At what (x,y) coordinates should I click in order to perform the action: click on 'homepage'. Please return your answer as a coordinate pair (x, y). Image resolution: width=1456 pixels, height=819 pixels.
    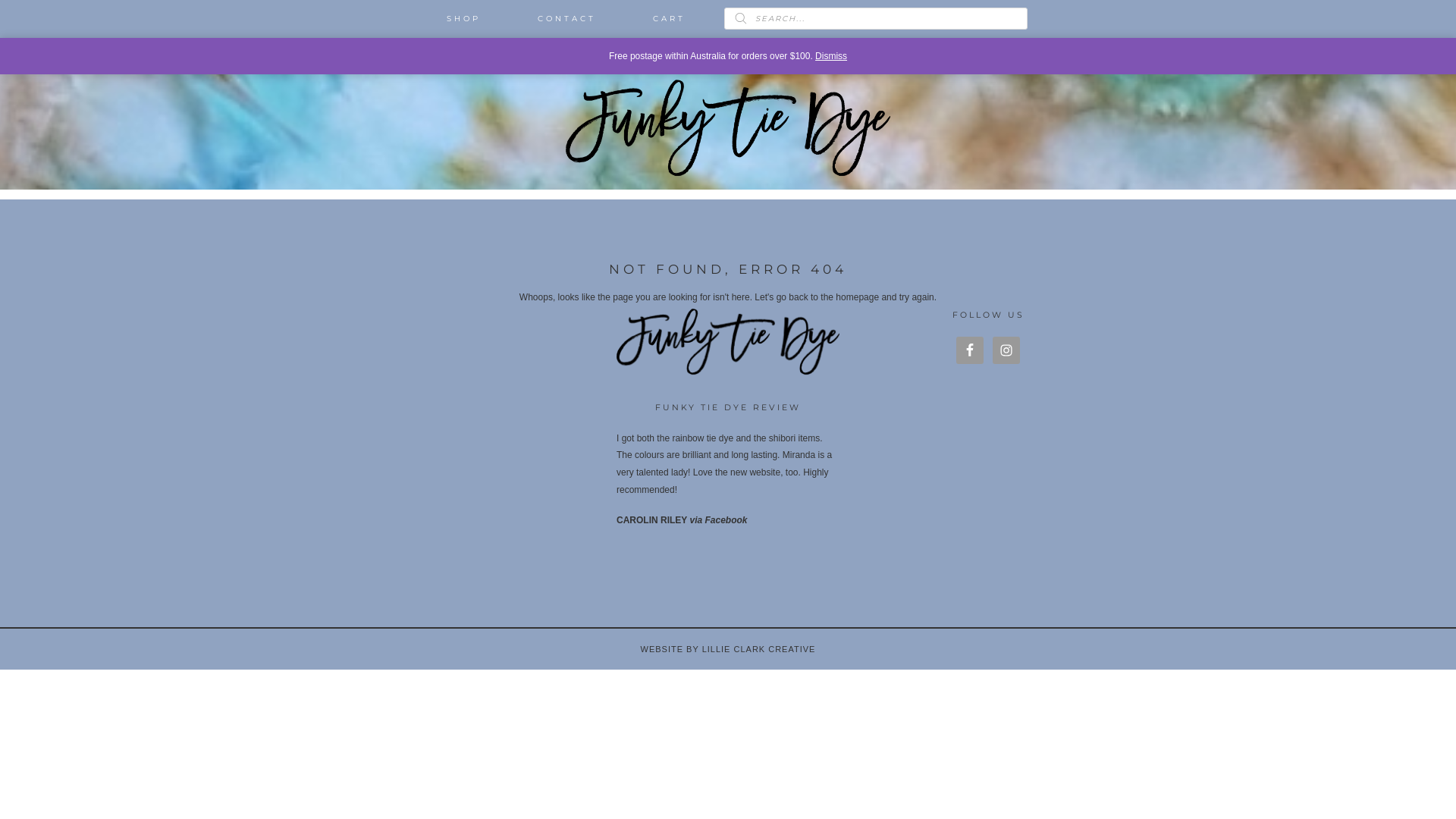
    Looking at the image, I should click on (857, 297).